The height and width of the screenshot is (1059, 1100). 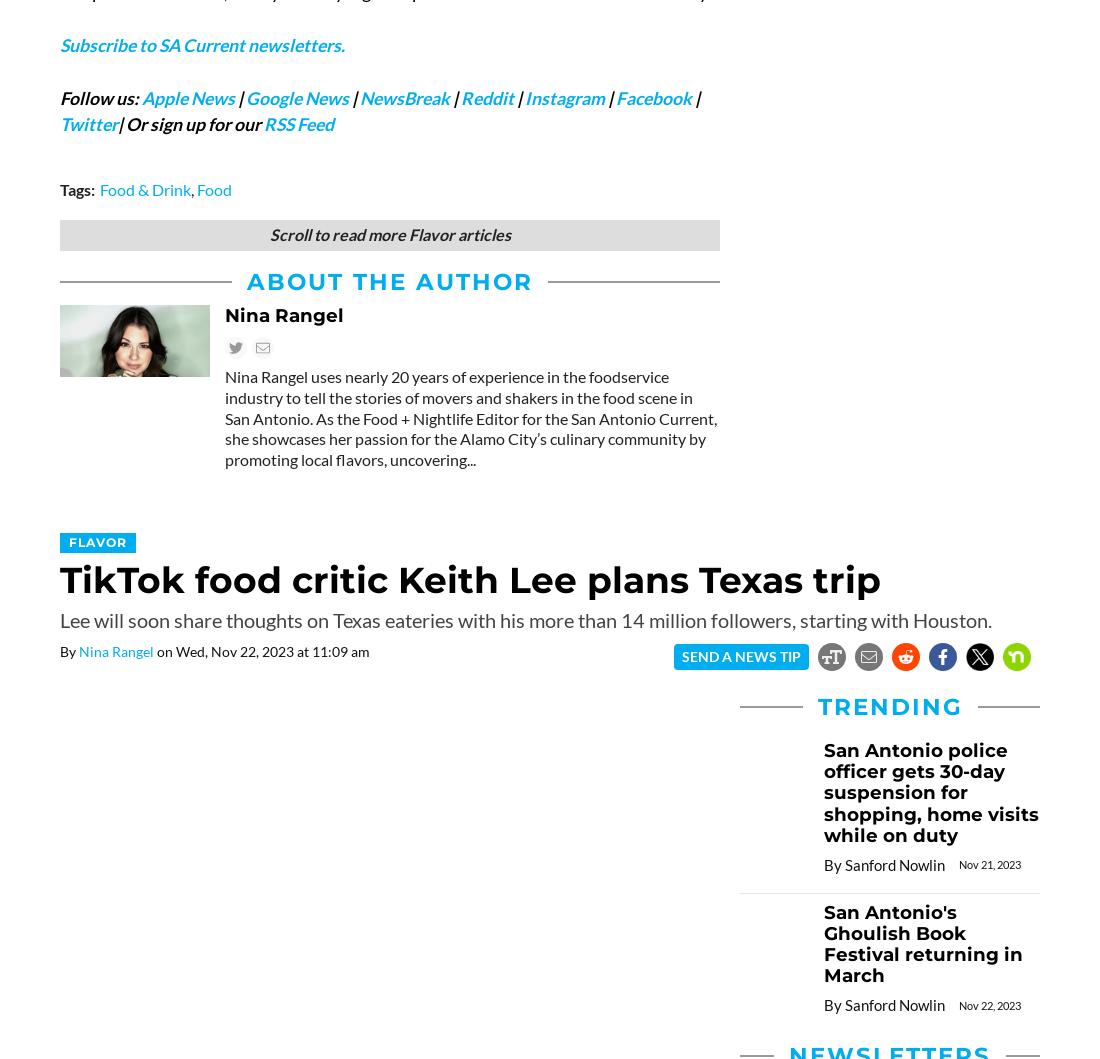 I want to click on 'NewsBreak', so click(x=405, y=97).